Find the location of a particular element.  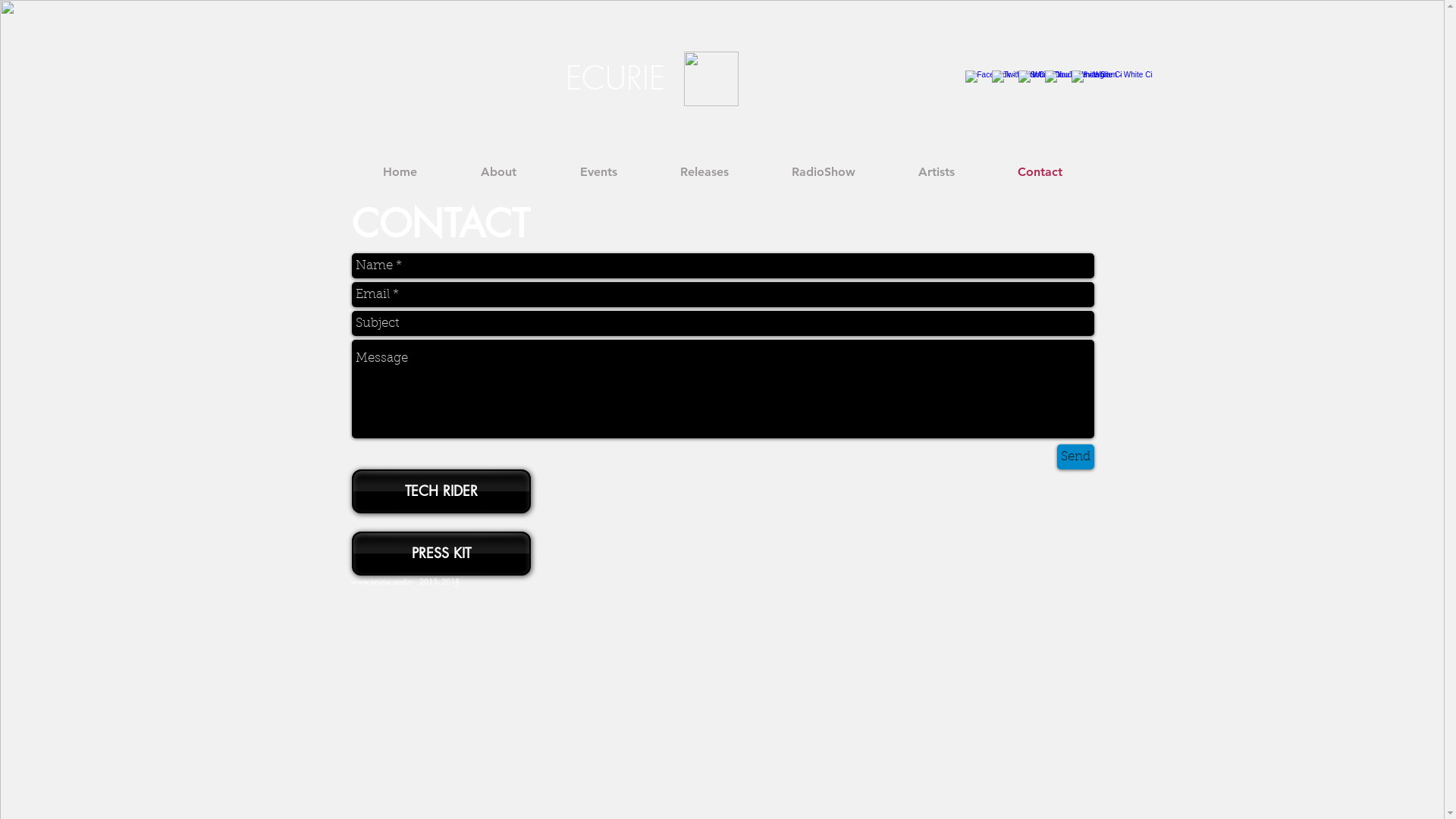

'Send' is located at coordinates (1056, 456).